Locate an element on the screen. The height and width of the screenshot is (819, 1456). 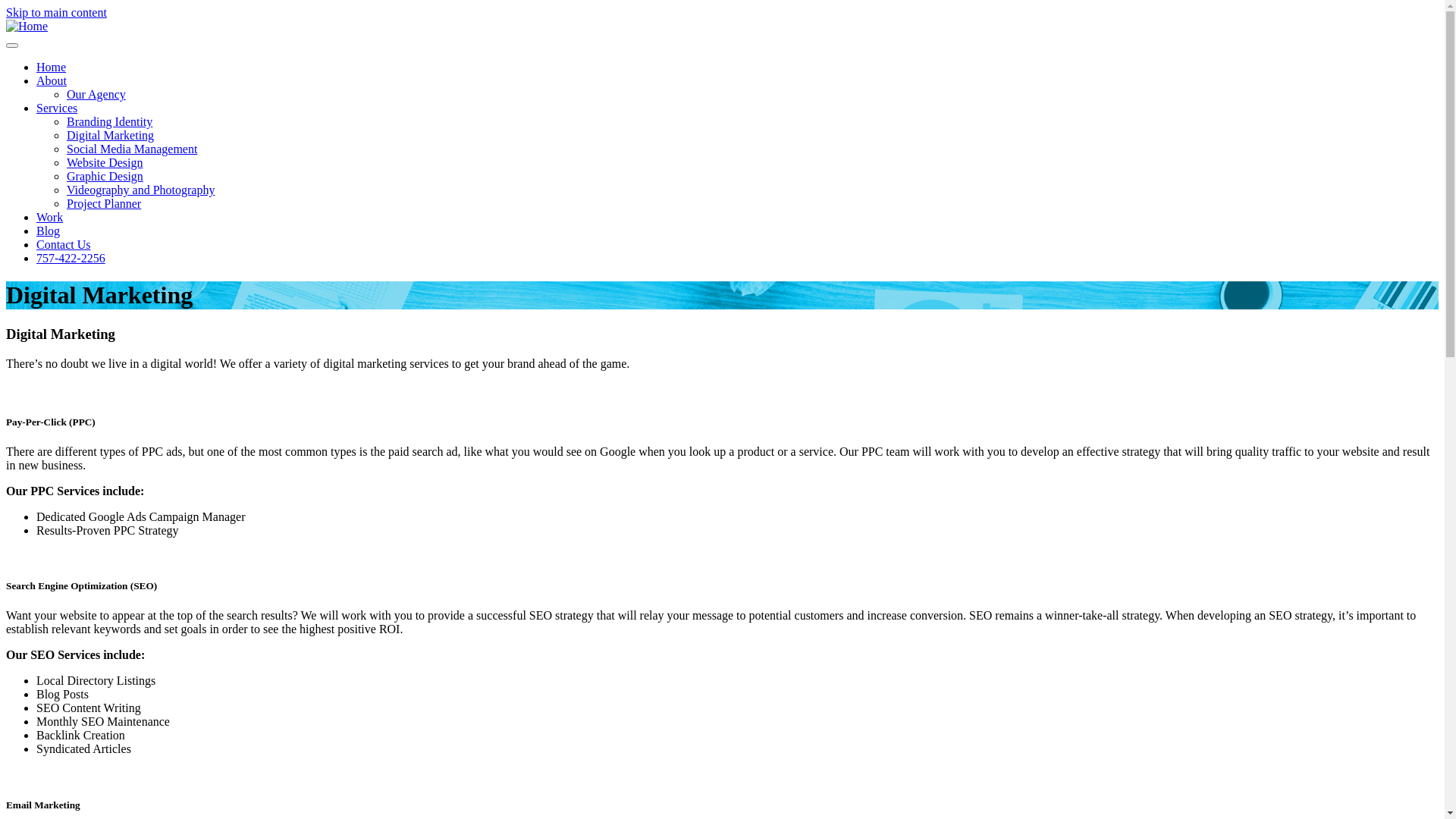
'Graphic Design' is located at coordinates (104, 175).